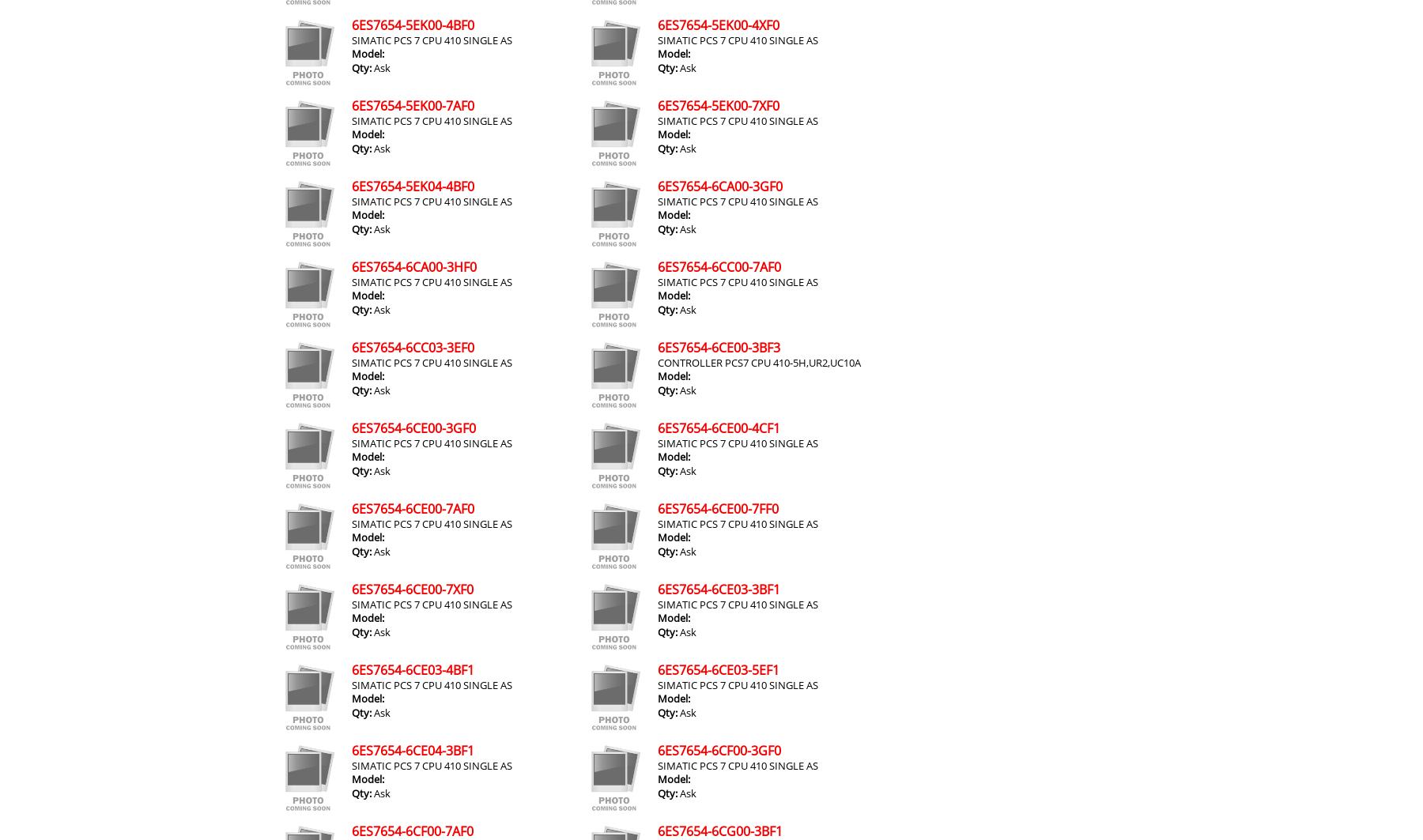  Describe the element at coordinates (719, 186) in the screenshot. I see `'6ES7654-6CA00-3GF0'` at that location.